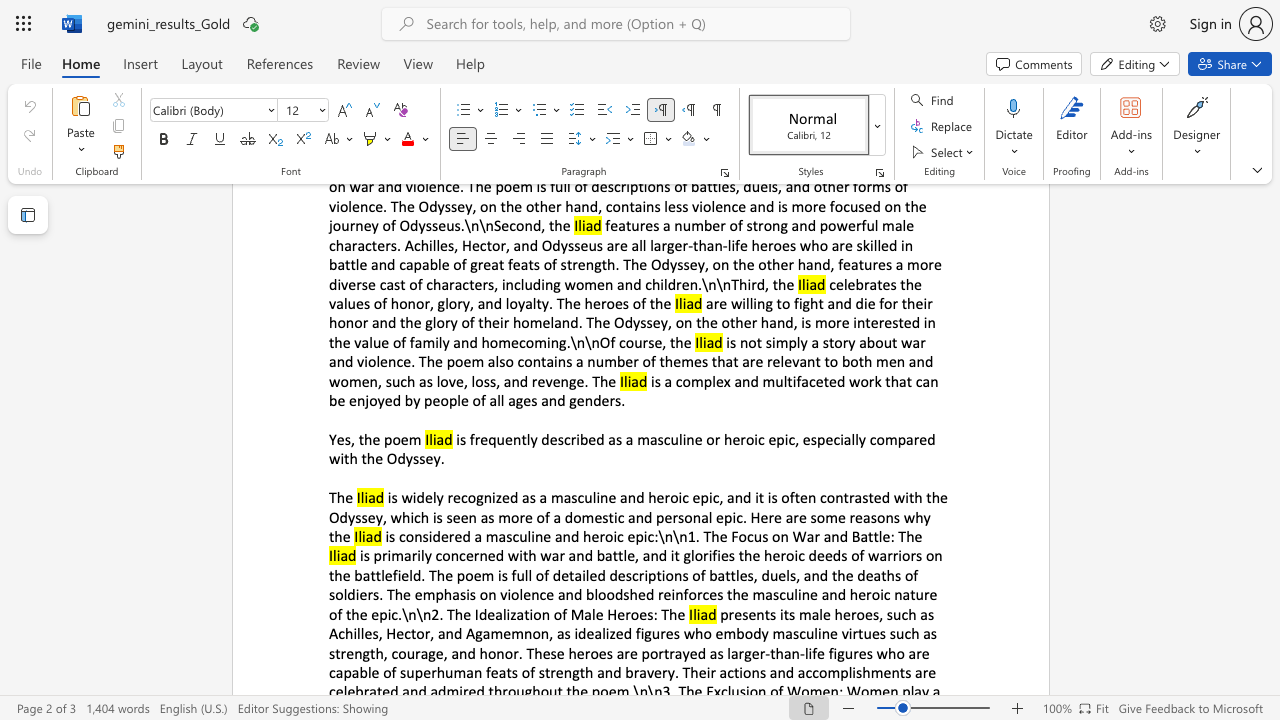  I want to click on the subset text "ths of soldier" within the text "is primarily concerned with war and battle, and it glorifies the heroic deeds of warriors on the battlefield. The poem is full of detailed descriptions of battles, duels, and the deaths of soldiers. The emphasis on violence and bloodshed reinforces the masculine and heroic nature of the epic.\n\n2. The Idealization of Male Heroes: The", so click(880, 575).